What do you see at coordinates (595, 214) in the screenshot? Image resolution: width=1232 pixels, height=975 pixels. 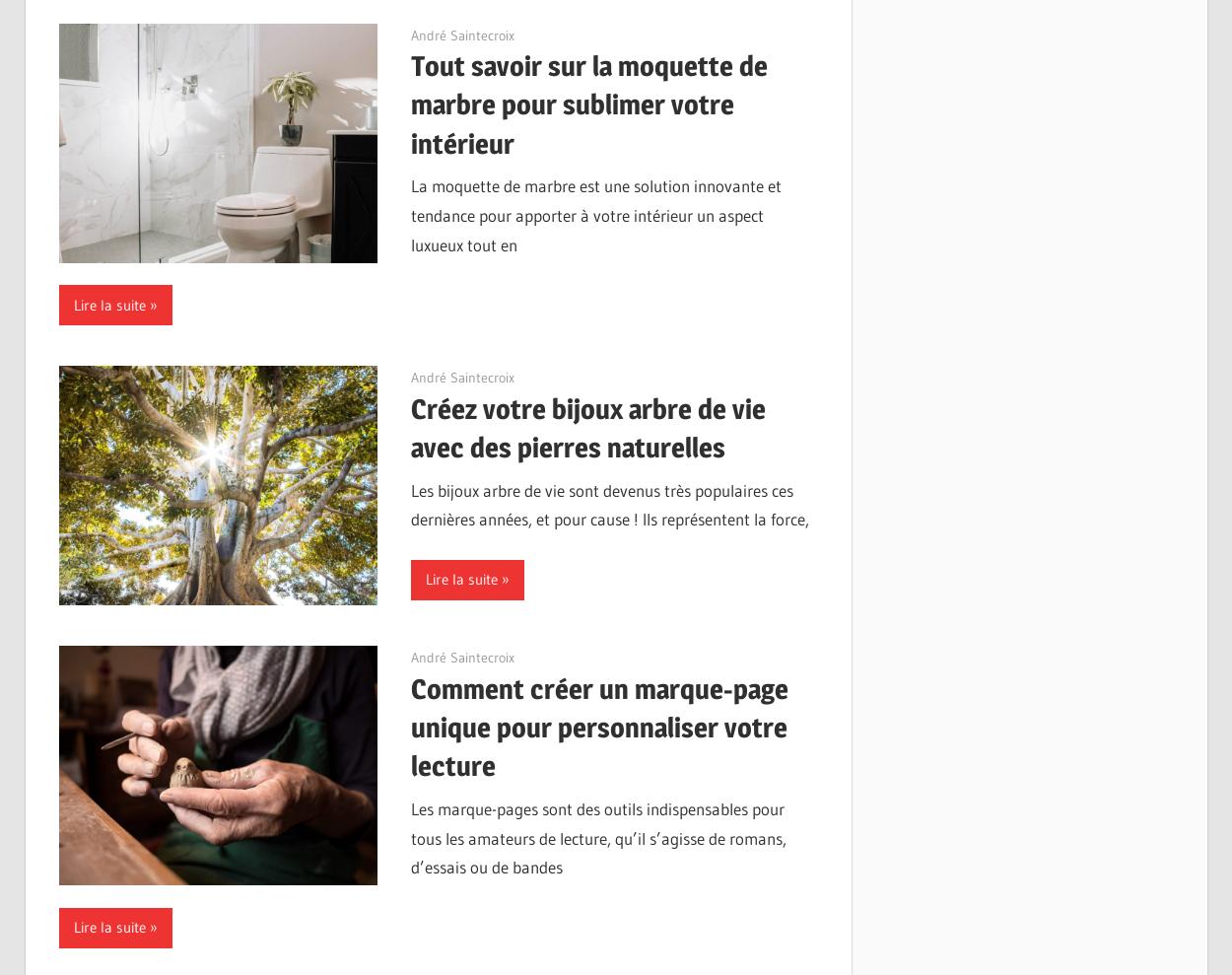 I see `'La moquette de marbre est une solution innovante et tendance pour apporter à votre intérieur un aspect luxueux tout en'` at bounding box center [595, 214].